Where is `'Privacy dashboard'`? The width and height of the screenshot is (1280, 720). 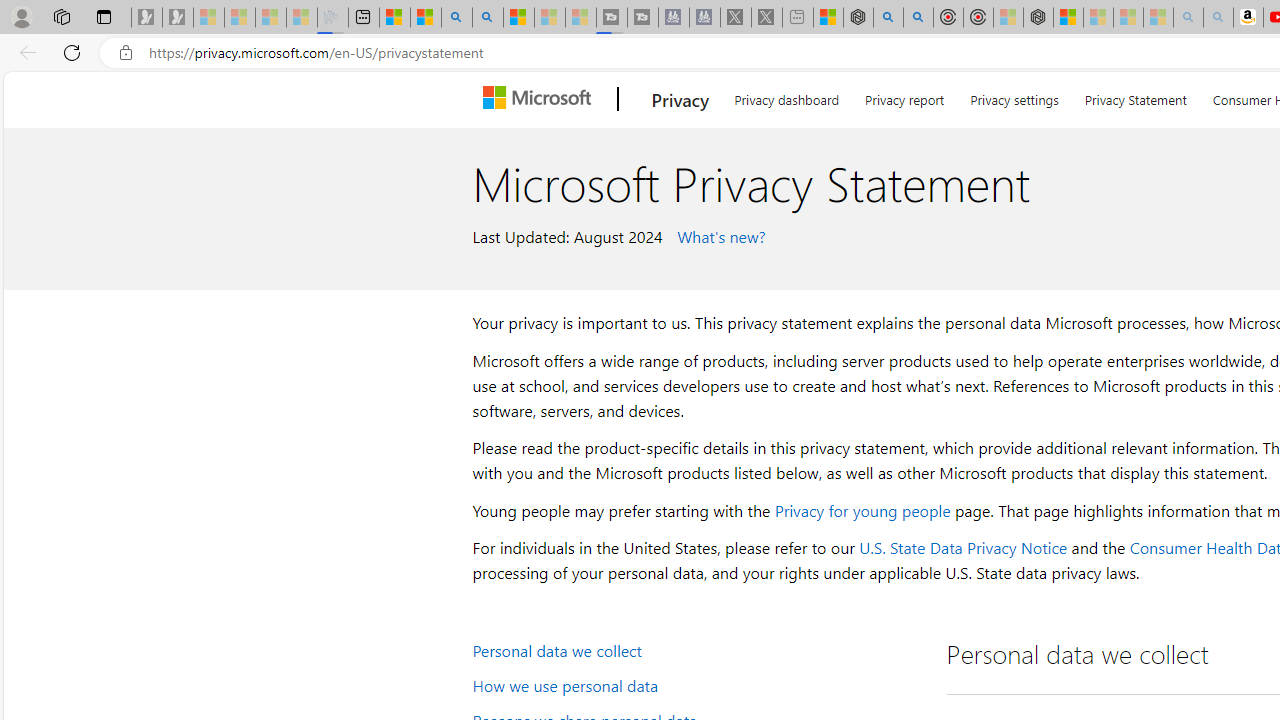
'Privacy dashboard' is located at coordinates (785, 96).